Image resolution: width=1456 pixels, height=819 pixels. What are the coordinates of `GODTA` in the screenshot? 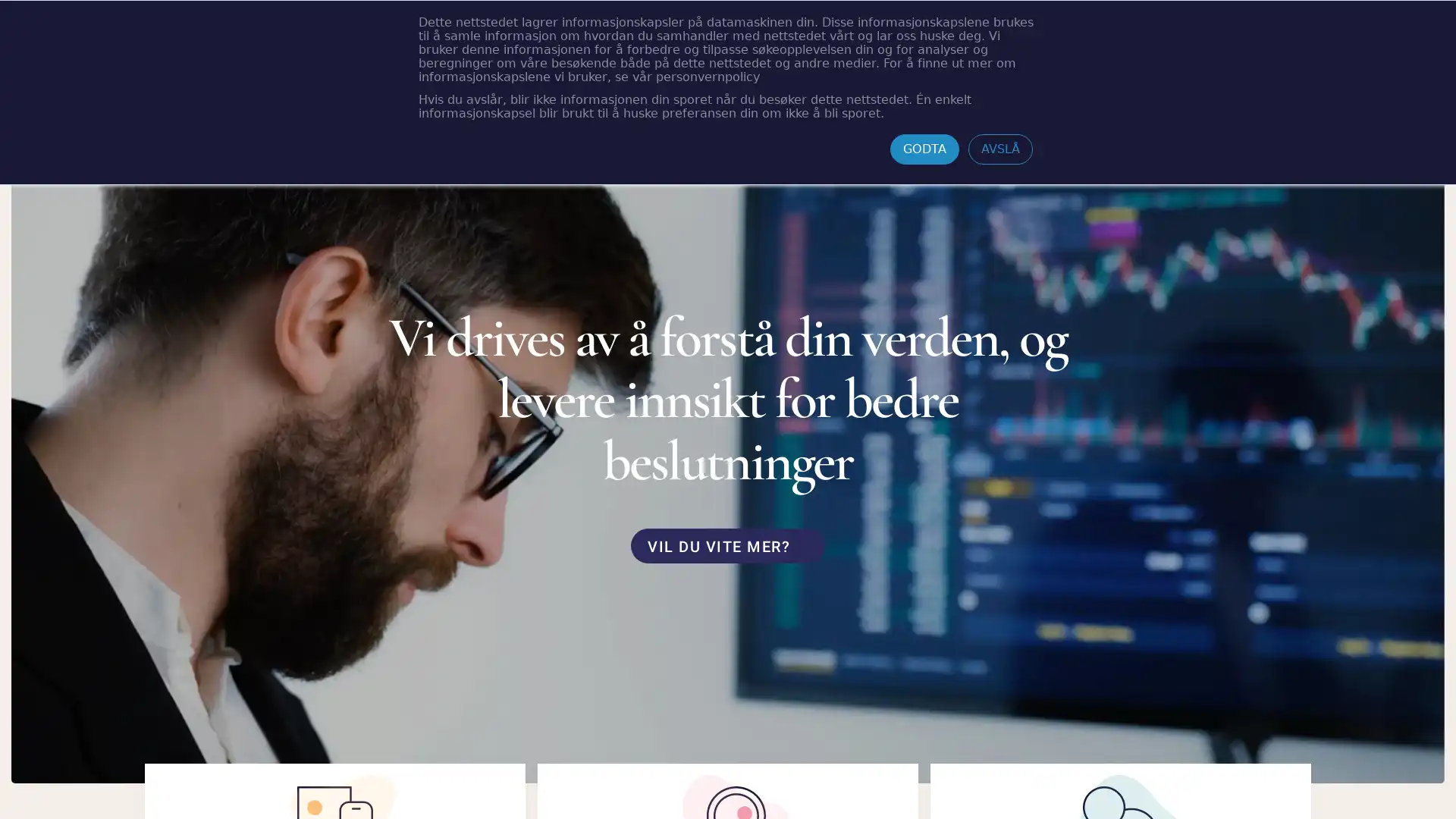 It's located at (924, 149).